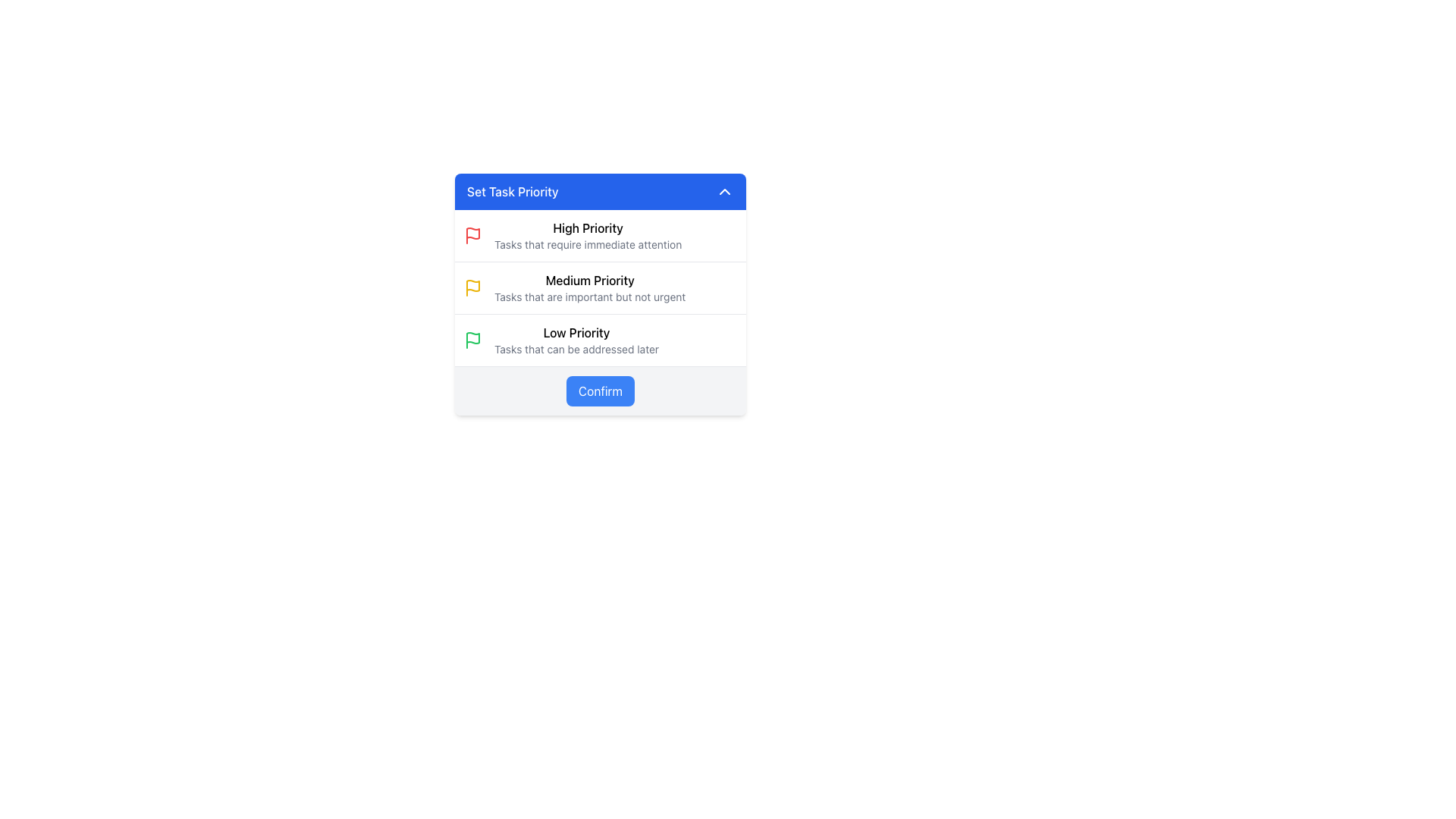  I want to click on the confirmation button located at the center of the modal dialog to change its background color, so click(600, 391).